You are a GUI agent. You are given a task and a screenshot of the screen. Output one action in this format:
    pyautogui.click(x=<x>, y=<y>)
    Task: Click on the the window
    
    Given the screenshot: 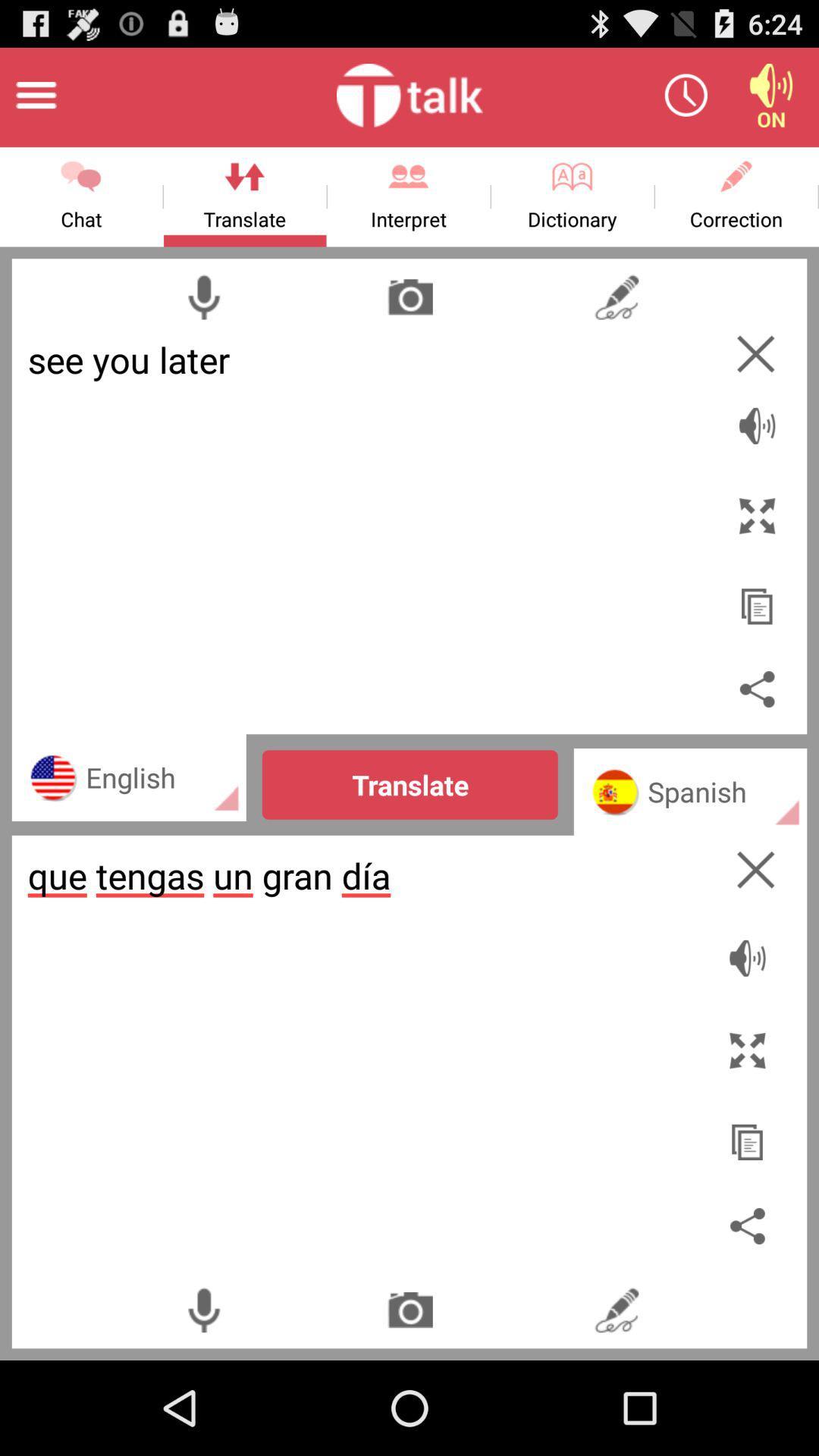 What is the action you would take?
    pyautogui.click(x=755, y=870)
    